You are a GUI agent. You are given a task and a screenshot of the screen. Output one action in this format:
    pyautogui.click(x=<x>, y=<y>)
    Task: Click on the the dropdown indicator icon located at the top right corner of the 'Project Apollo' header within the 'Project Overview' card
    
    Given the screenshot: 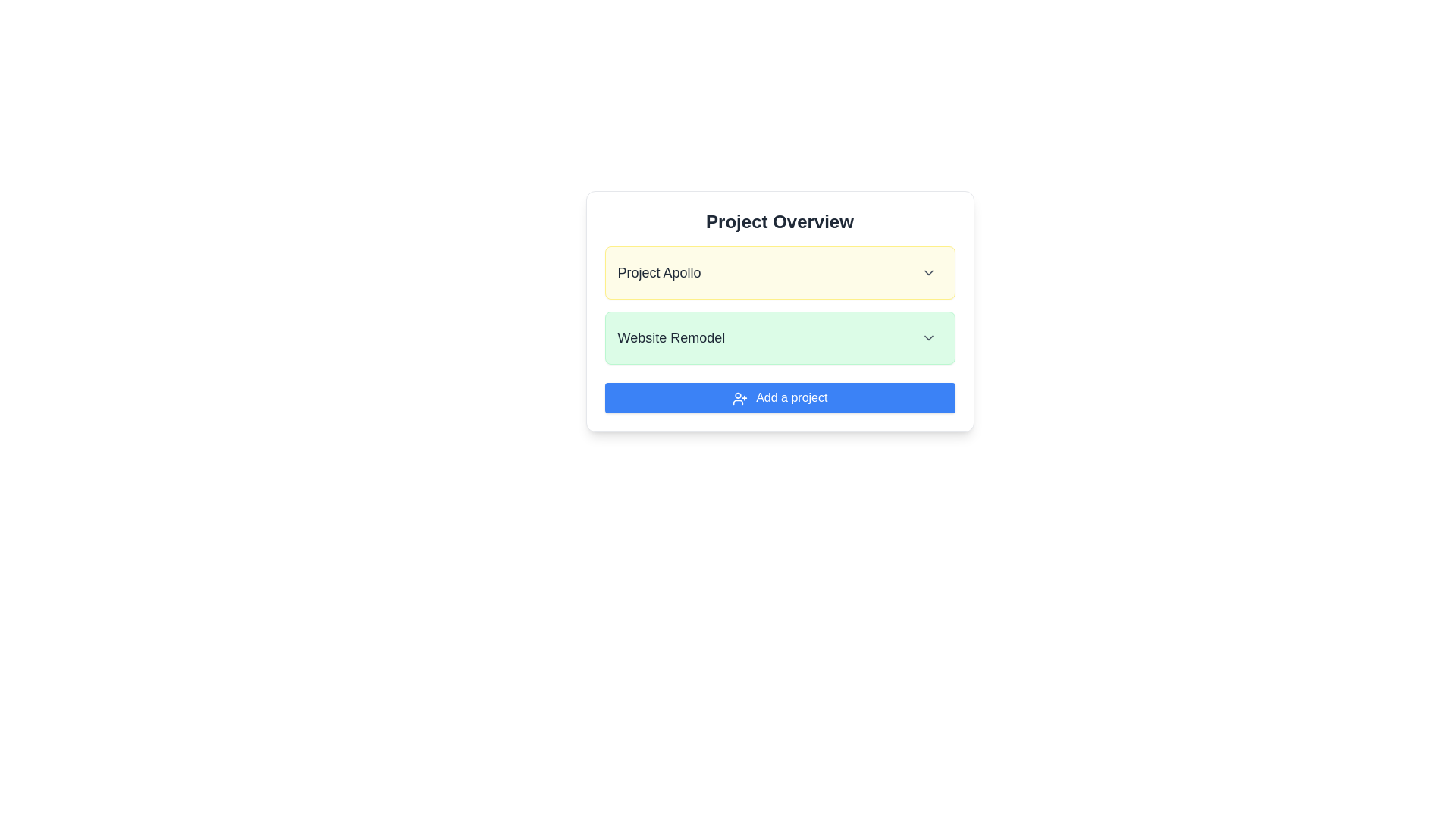 What is the action you would take?
    pyautogui.click(x=927, y=271)
    